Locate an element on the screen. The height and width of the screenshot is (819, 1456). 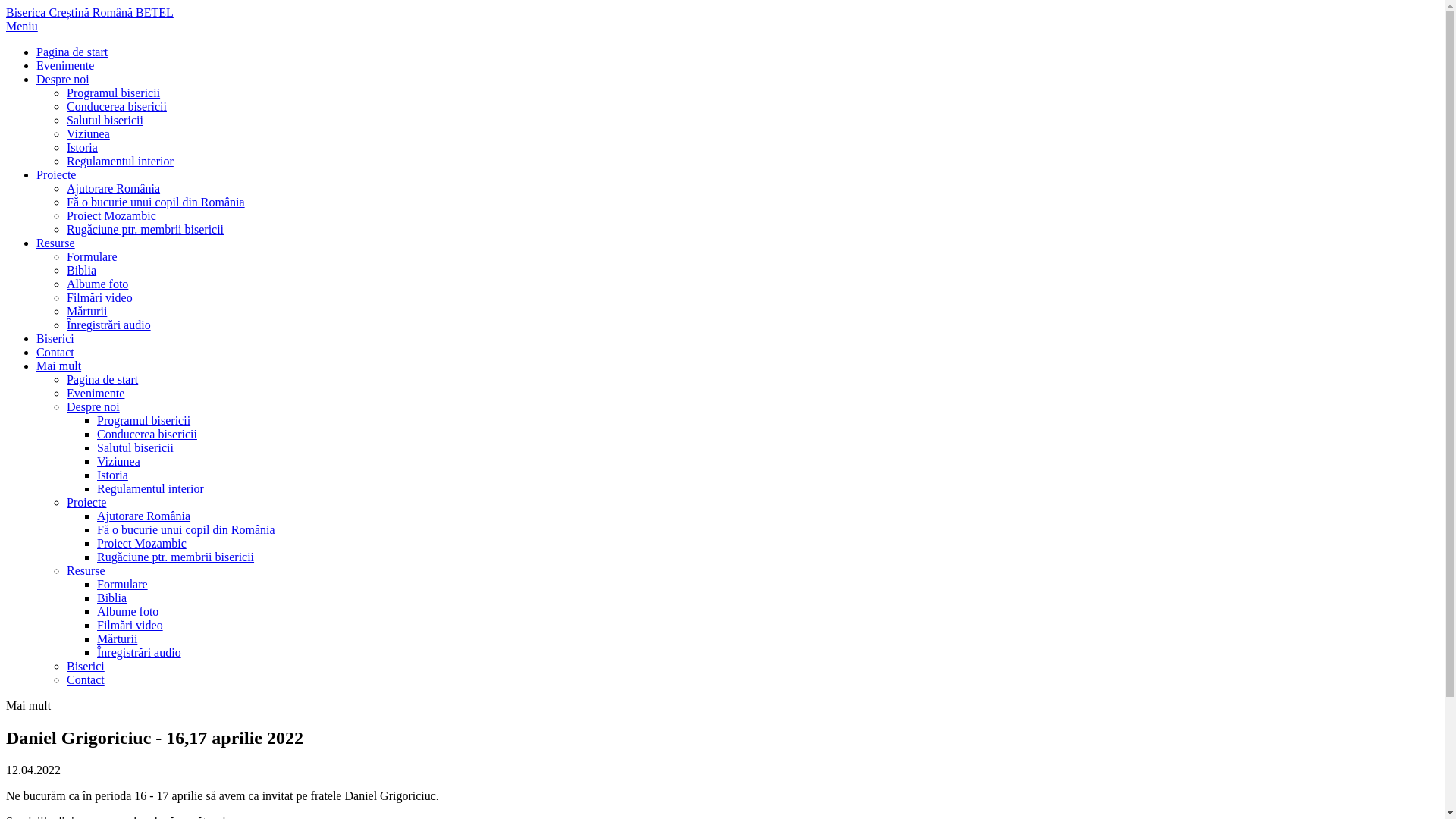
'Pagina de start' is located at coordinates (36, 51).